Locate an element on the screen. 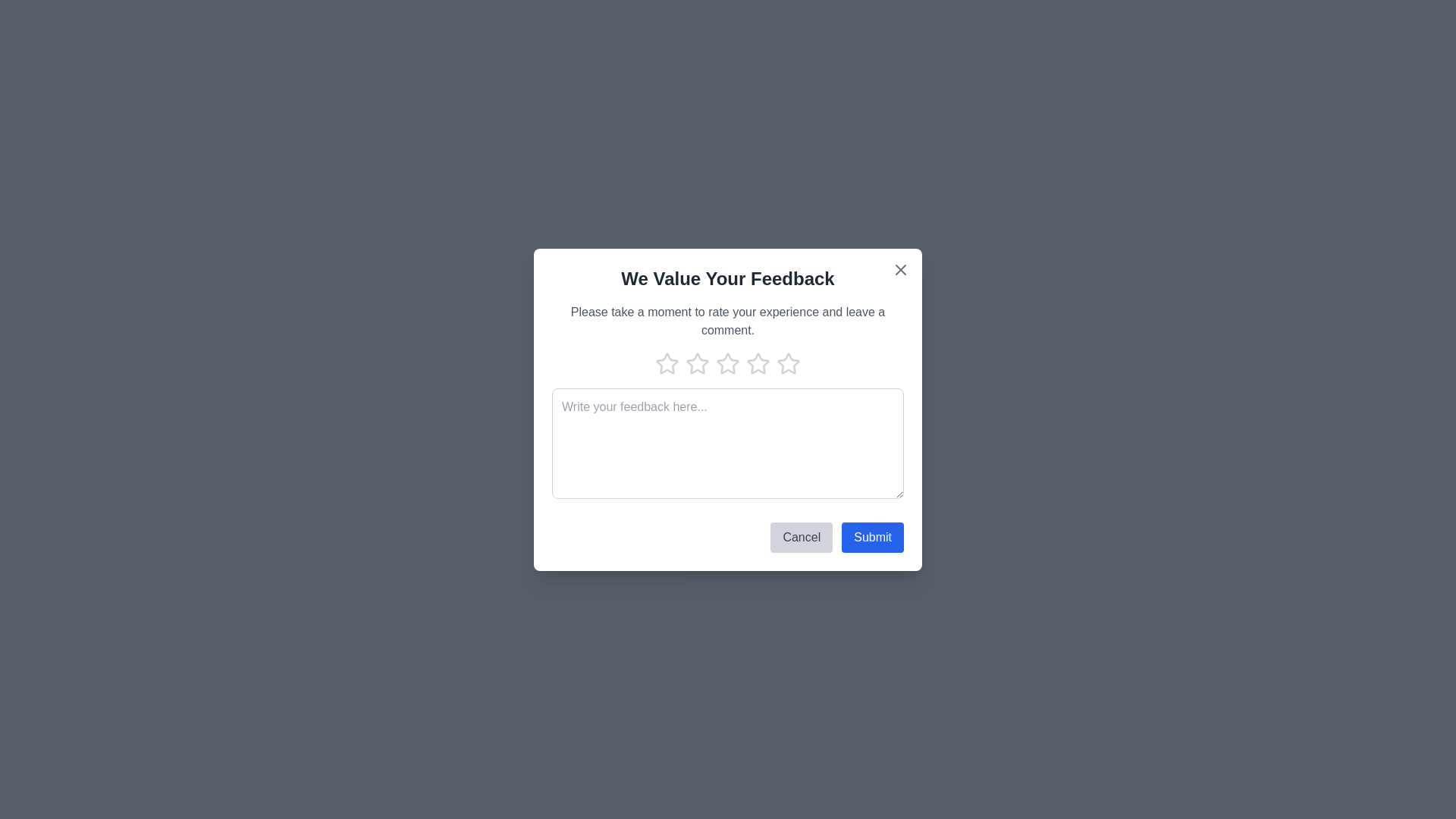 The height and width of the screenshot is (819, 1456). the first star icon in the rating system is located at coordinates (667, 362).